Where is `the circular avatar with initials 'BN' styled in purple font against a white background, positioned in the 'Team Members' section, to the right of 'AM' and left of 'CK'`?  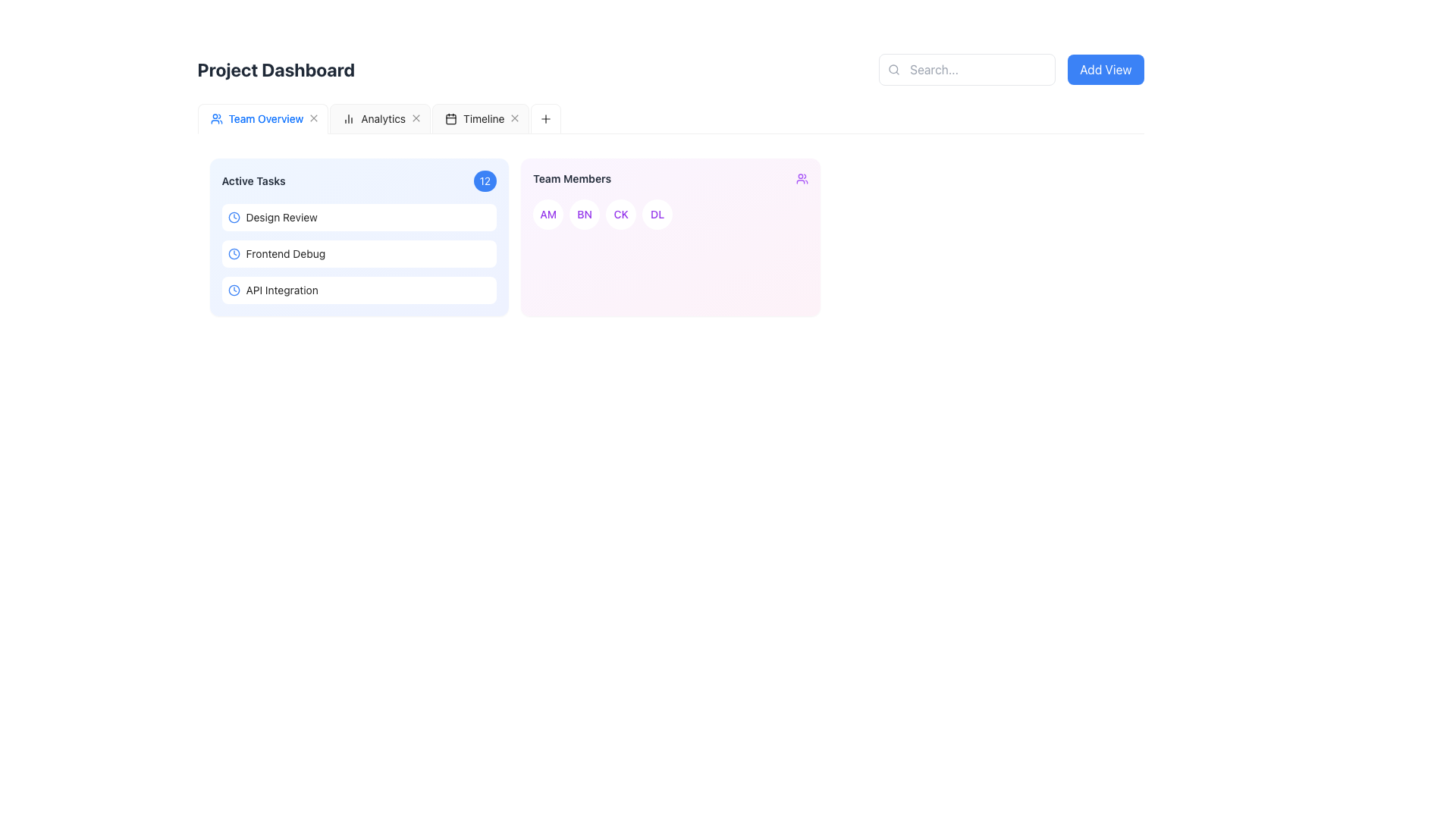
the circular avatar with initials 'BN' styled in purple font against a white background, positioned in the 'Team Members' section, to the right of 'AM' and left of 'CK' is located at coordinates (584, 214).